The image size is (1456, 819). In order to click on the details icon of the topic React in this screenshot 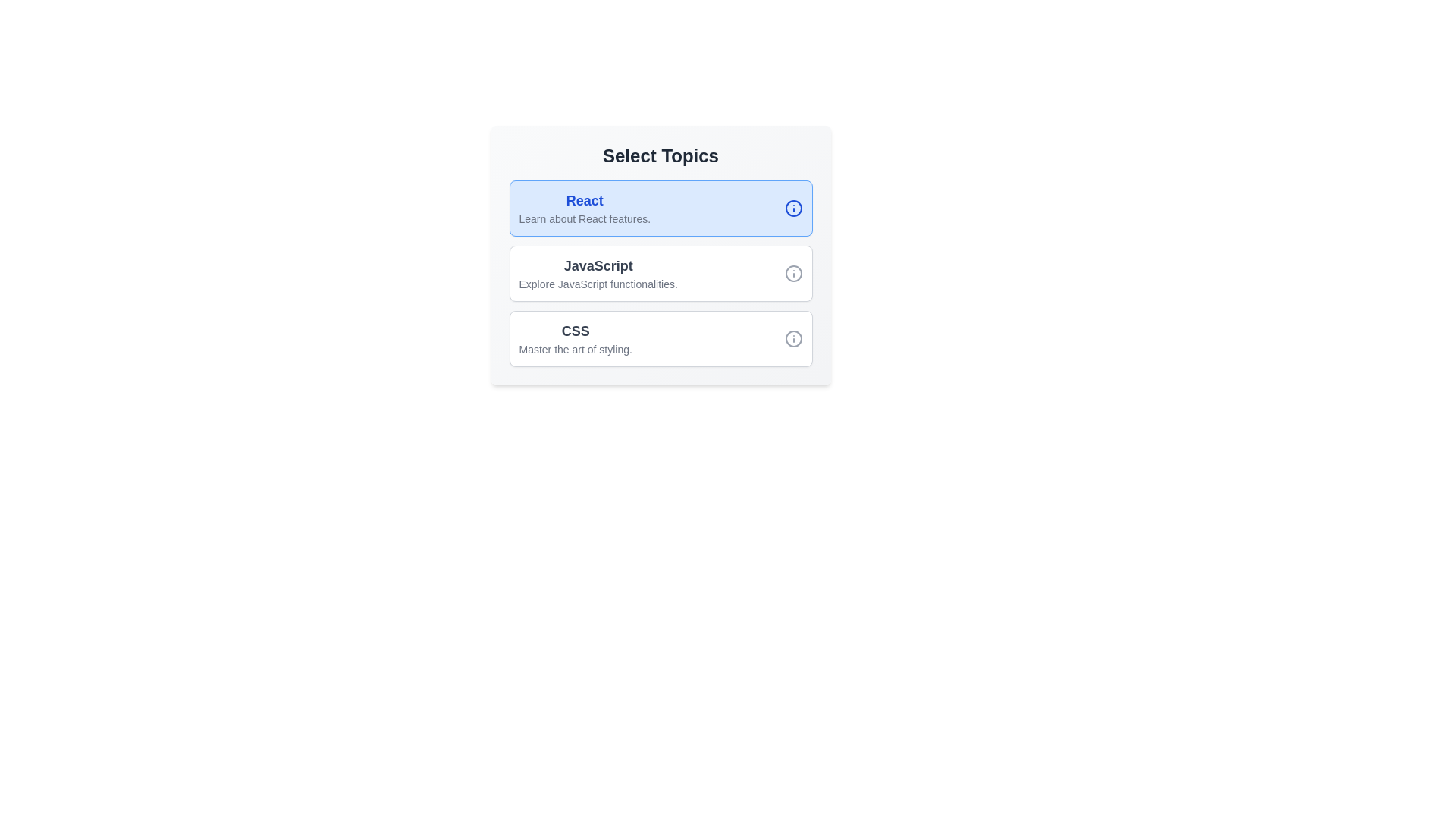, I will do `click(792, 208)`.